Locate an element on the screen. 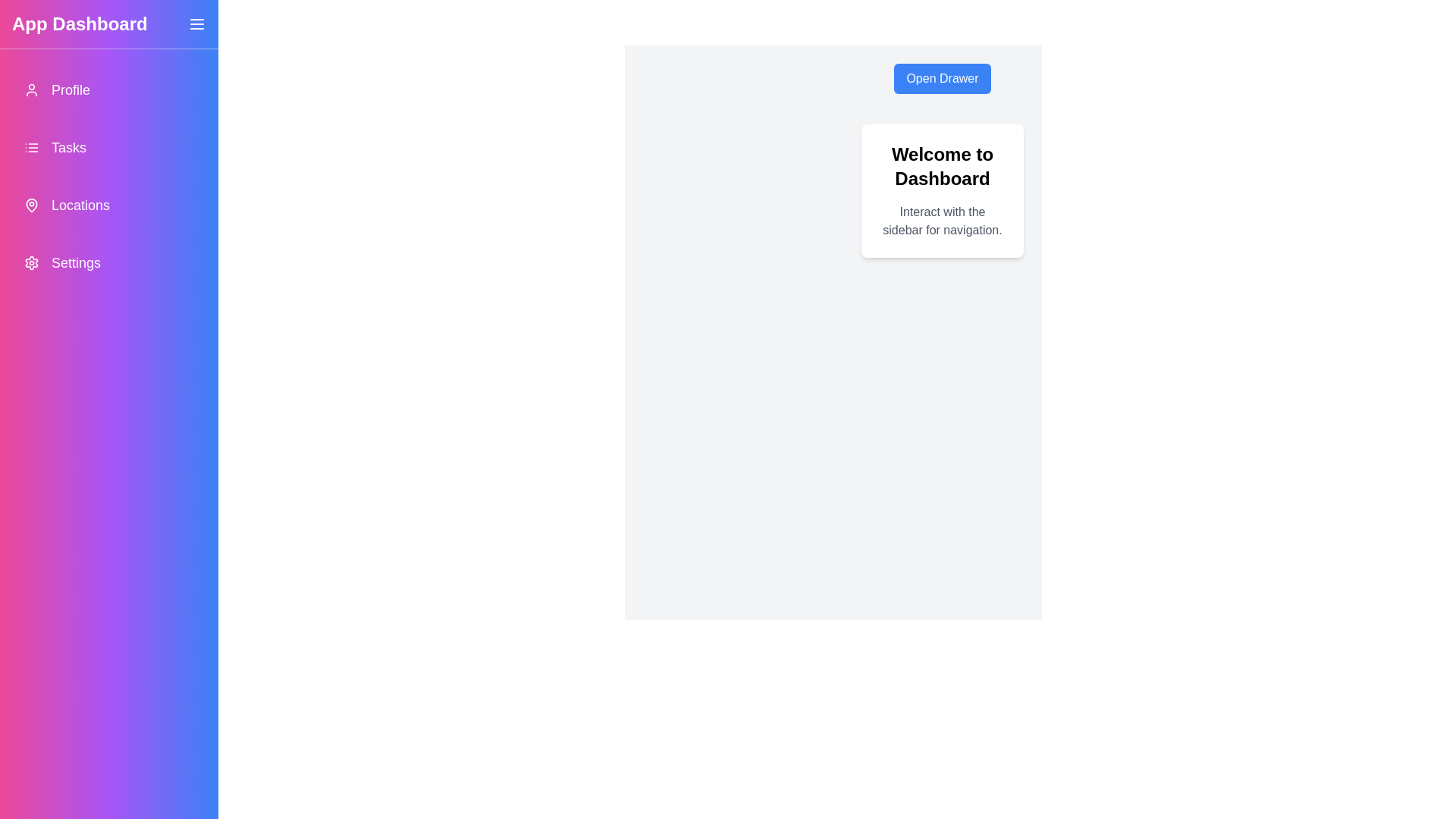 This screenshot has height=819, width=1456. the navigation item labeled 'Tasks' to observe its hover effect is located at coordinates (108, 148).